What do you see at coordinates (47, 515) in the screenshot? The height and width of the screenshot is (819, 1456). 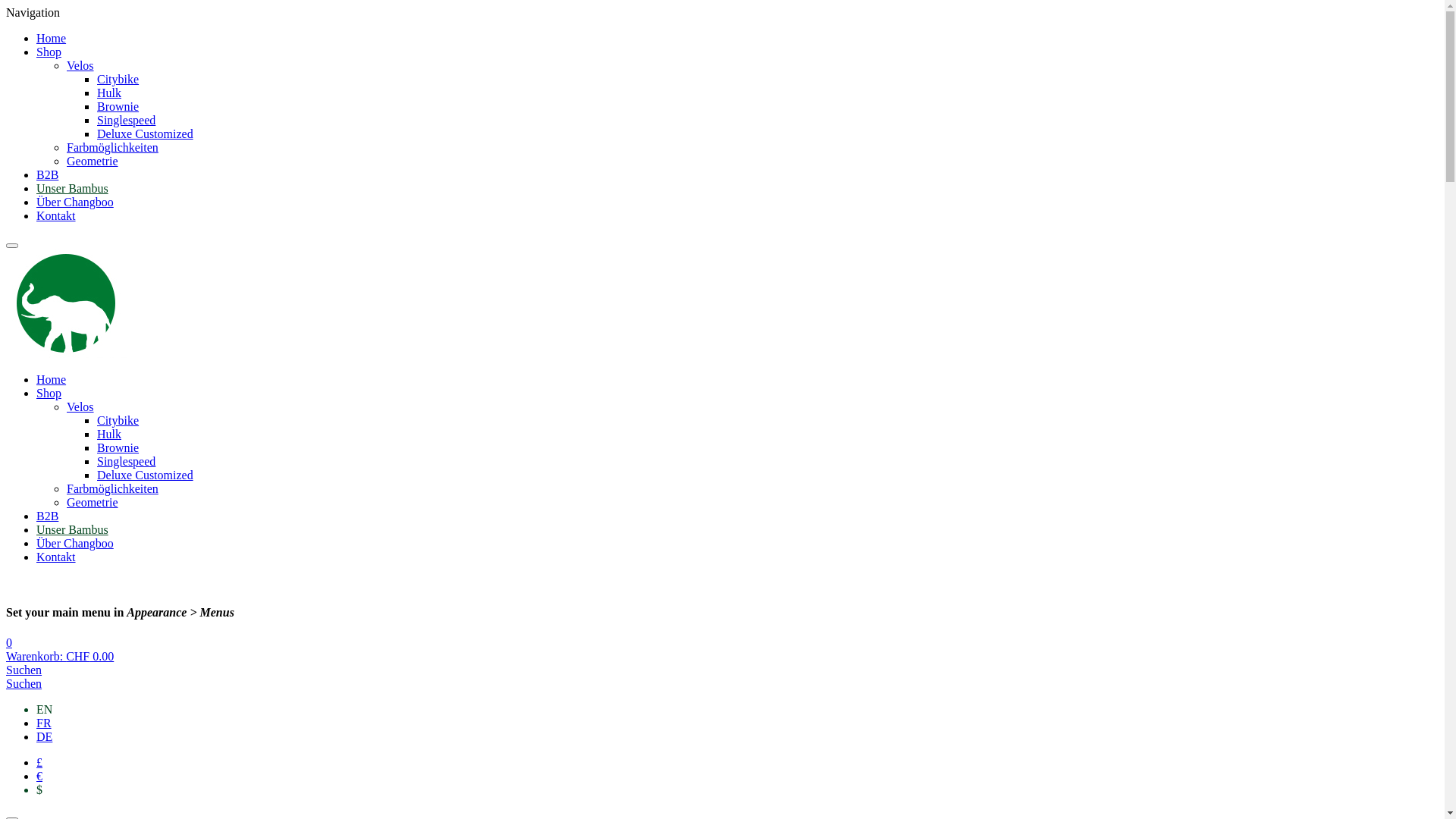 I see `'B2B'` at bounding box center [47, 515].